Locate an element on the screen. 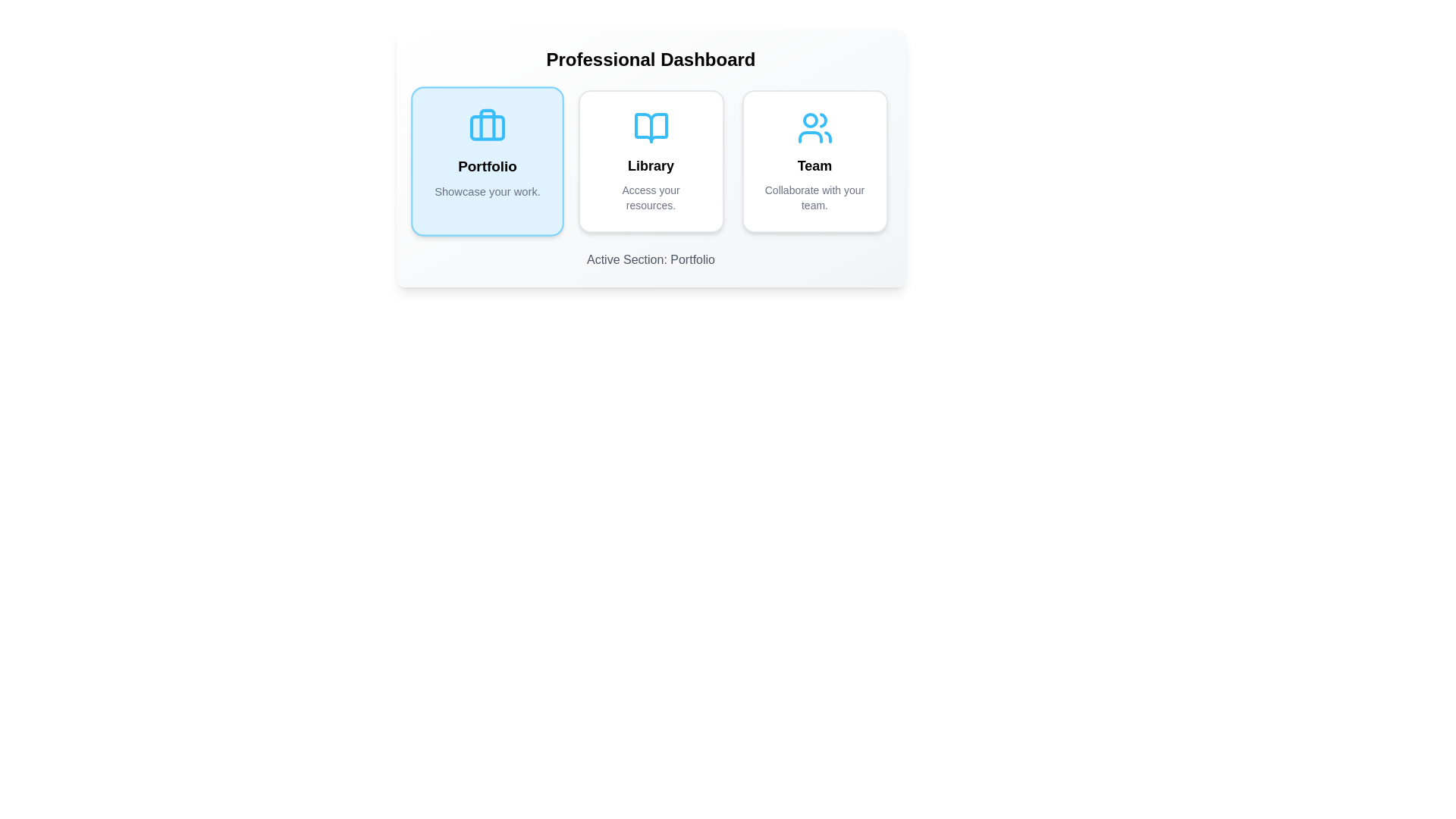  the Portfolio card to select it is located at coordinates (487, 161).